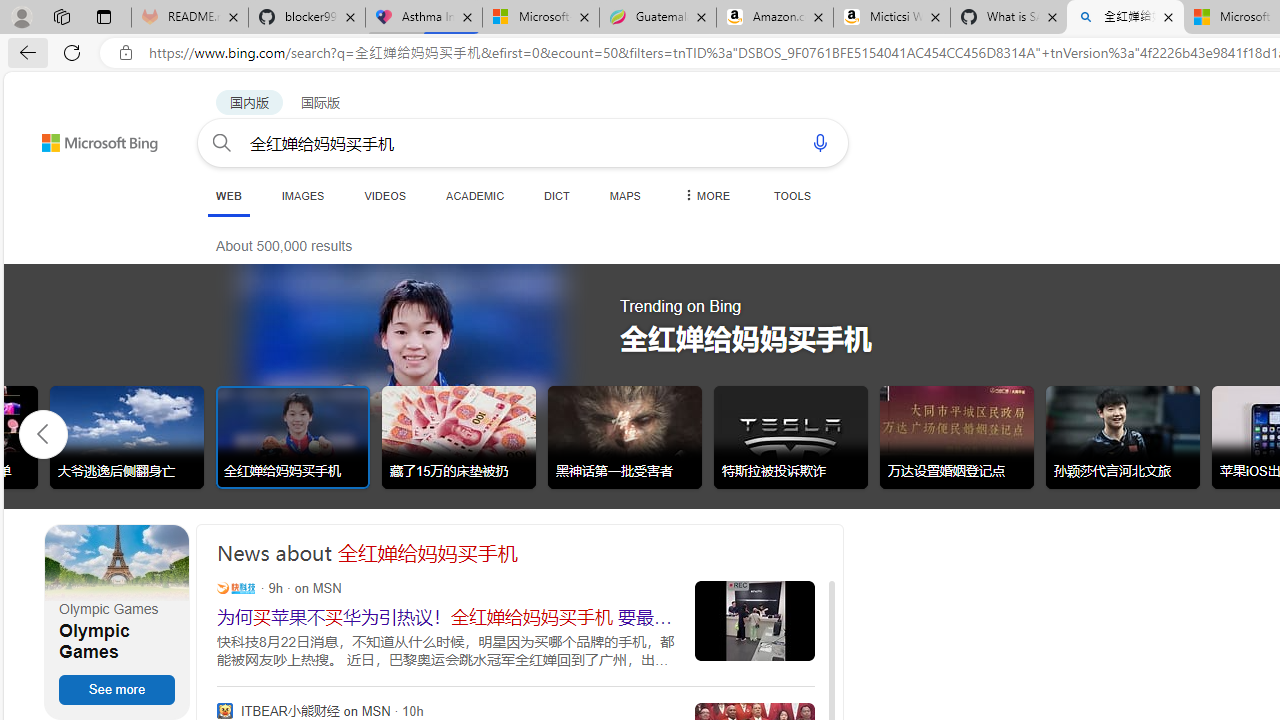 The width and height of the screenshot is (1280, 720). What do you see at coordinates (705, 195) in the screenshot?
I see `'Dropdown Menu'` at bounding box center [705, 195].